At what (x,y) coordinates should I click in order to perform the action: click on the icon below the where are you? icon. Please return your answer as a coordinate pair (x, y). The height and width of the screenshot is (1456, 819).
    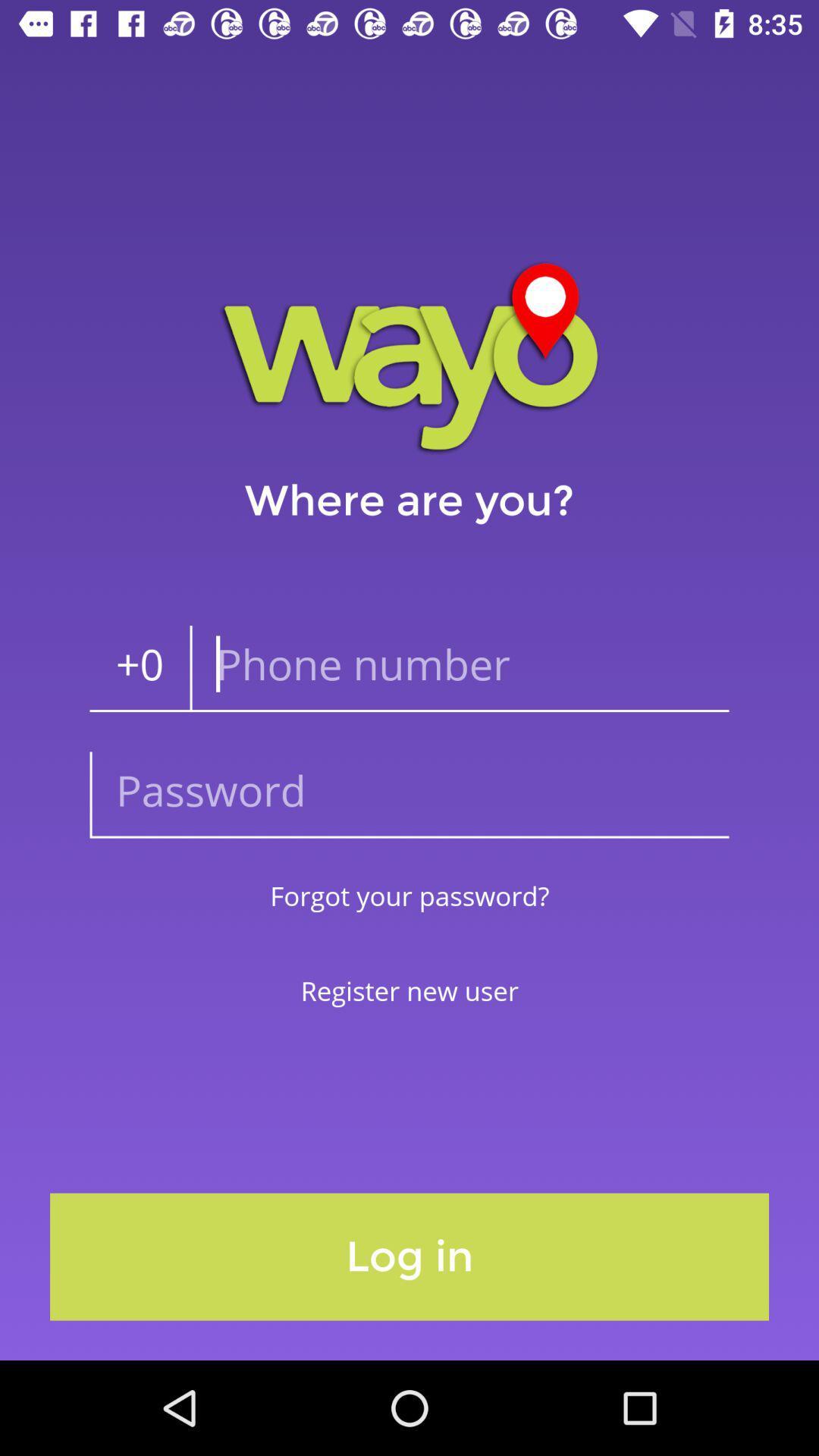
    Looking at the image, I should click on (458, 668).